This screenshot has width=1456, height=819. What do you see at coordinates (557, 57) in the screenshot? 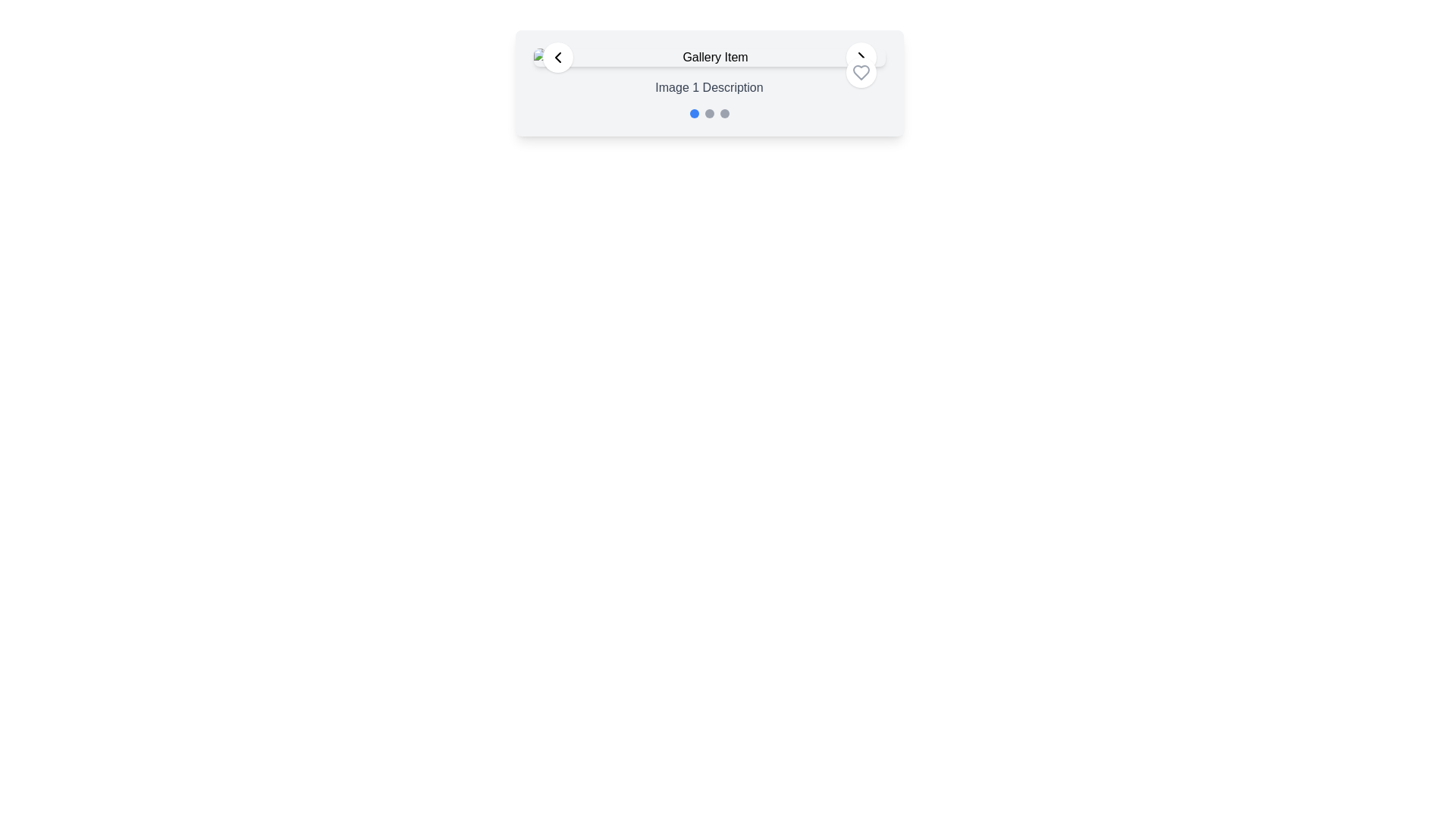
I see `the navigation button located to the left of the title 'Gallery Item'` at bounding box center [557, 57].